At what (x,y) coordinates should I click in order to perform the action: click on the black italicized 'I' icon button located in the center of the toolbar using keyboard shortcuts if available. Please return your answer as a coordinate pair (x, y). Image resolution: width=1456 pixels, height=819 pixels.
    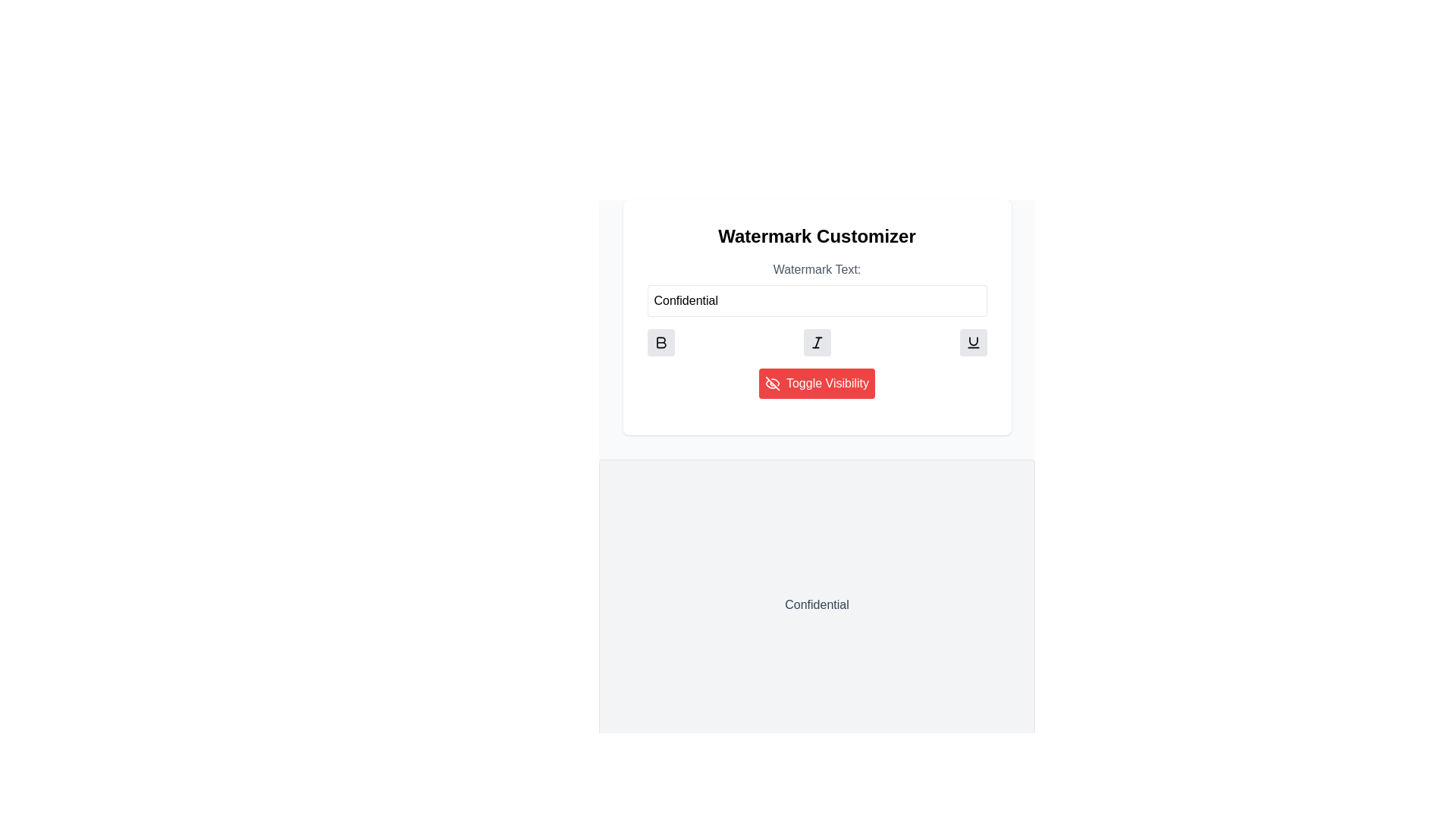
    Looking at the image, I should click on (816, 342).